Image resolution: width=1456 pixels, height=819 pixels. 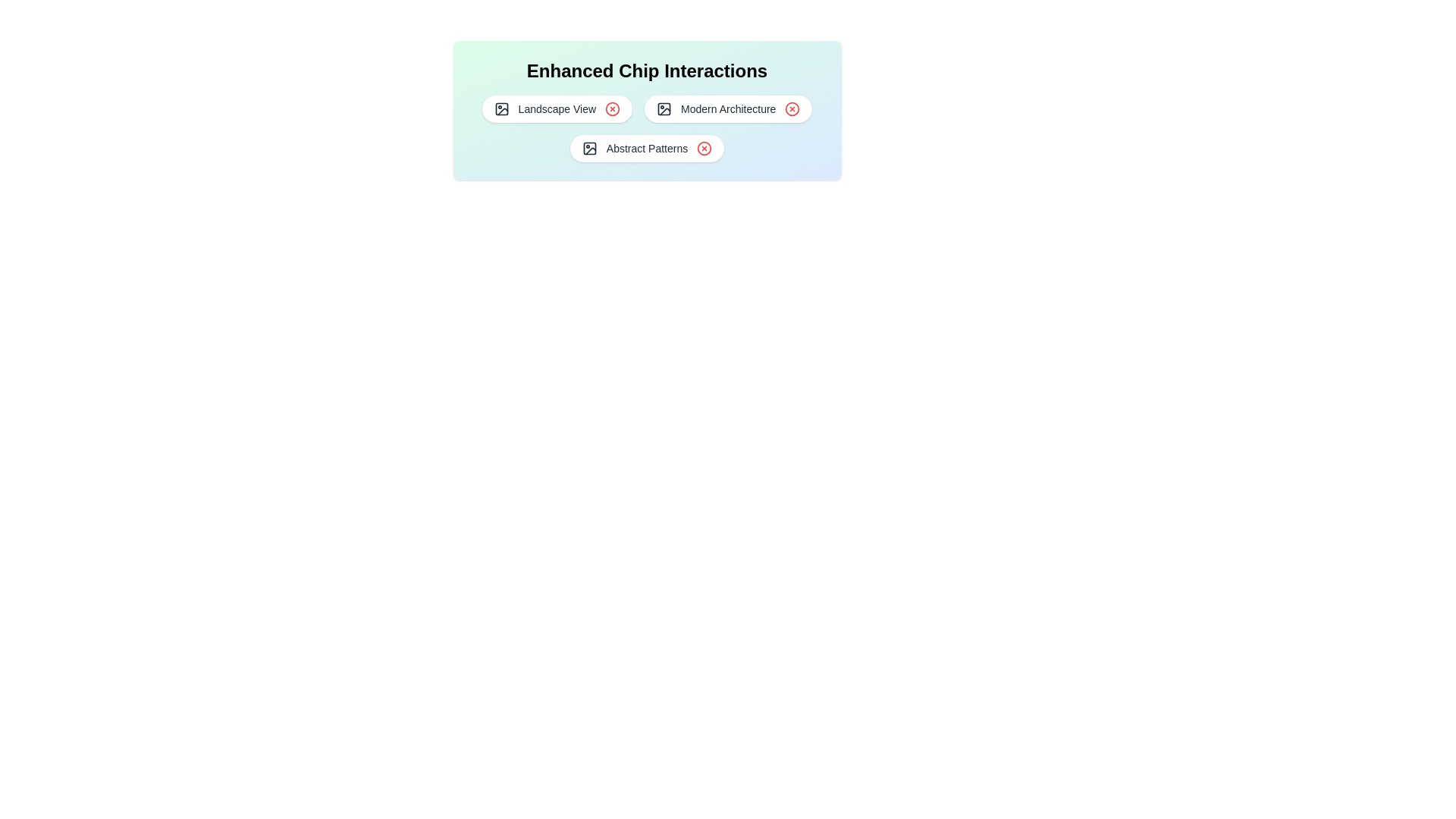 What do you see at coordinates (664, 108) in the screenshot?
I see `the icon of the chip labeled Modern Architecture` at bounding box center [664, 108].